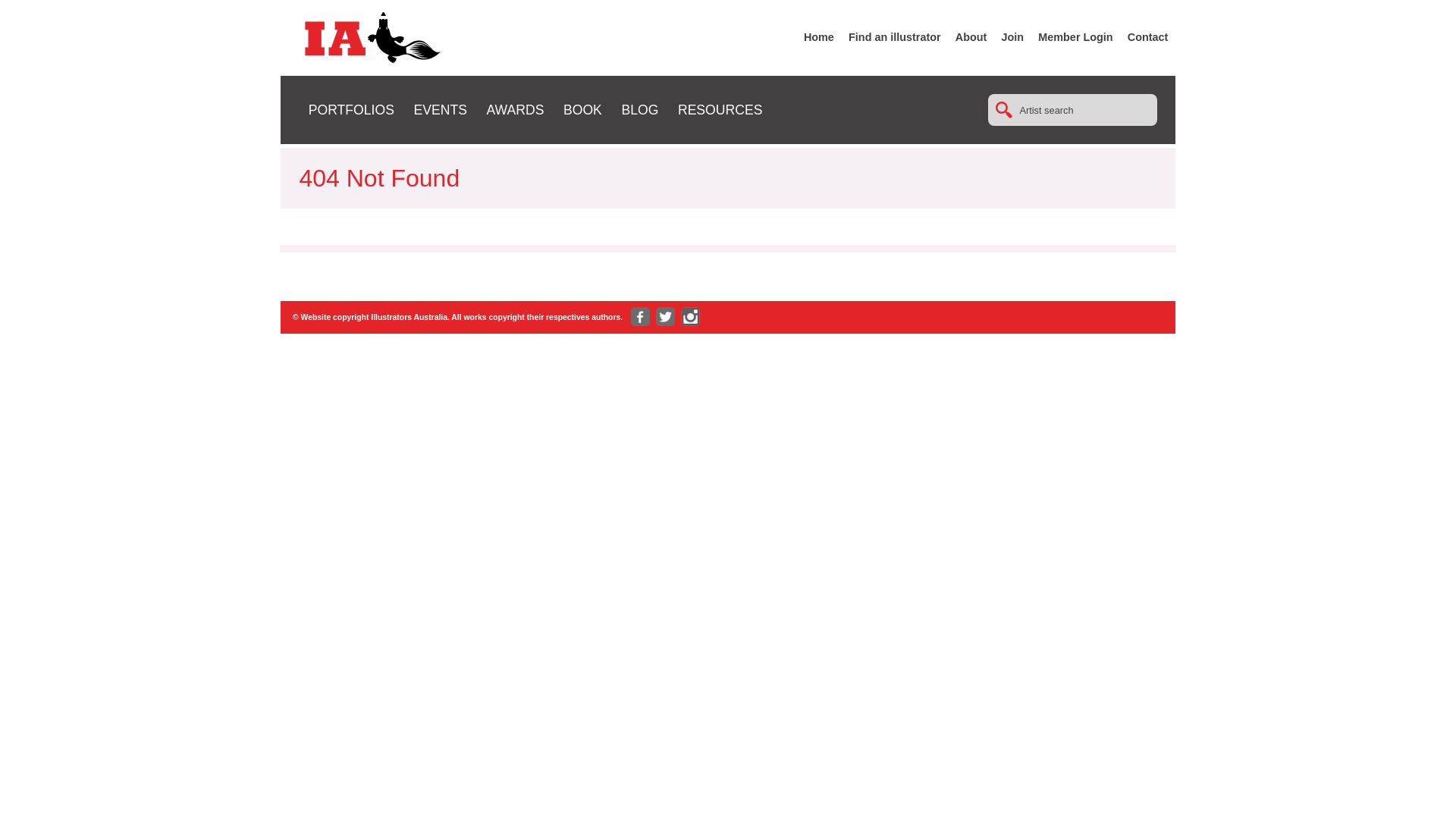  What do you see at coordinates (308, 109) in the screenshot?
I see `'PORTFOLIOS'` at bounding box center [308, 109].